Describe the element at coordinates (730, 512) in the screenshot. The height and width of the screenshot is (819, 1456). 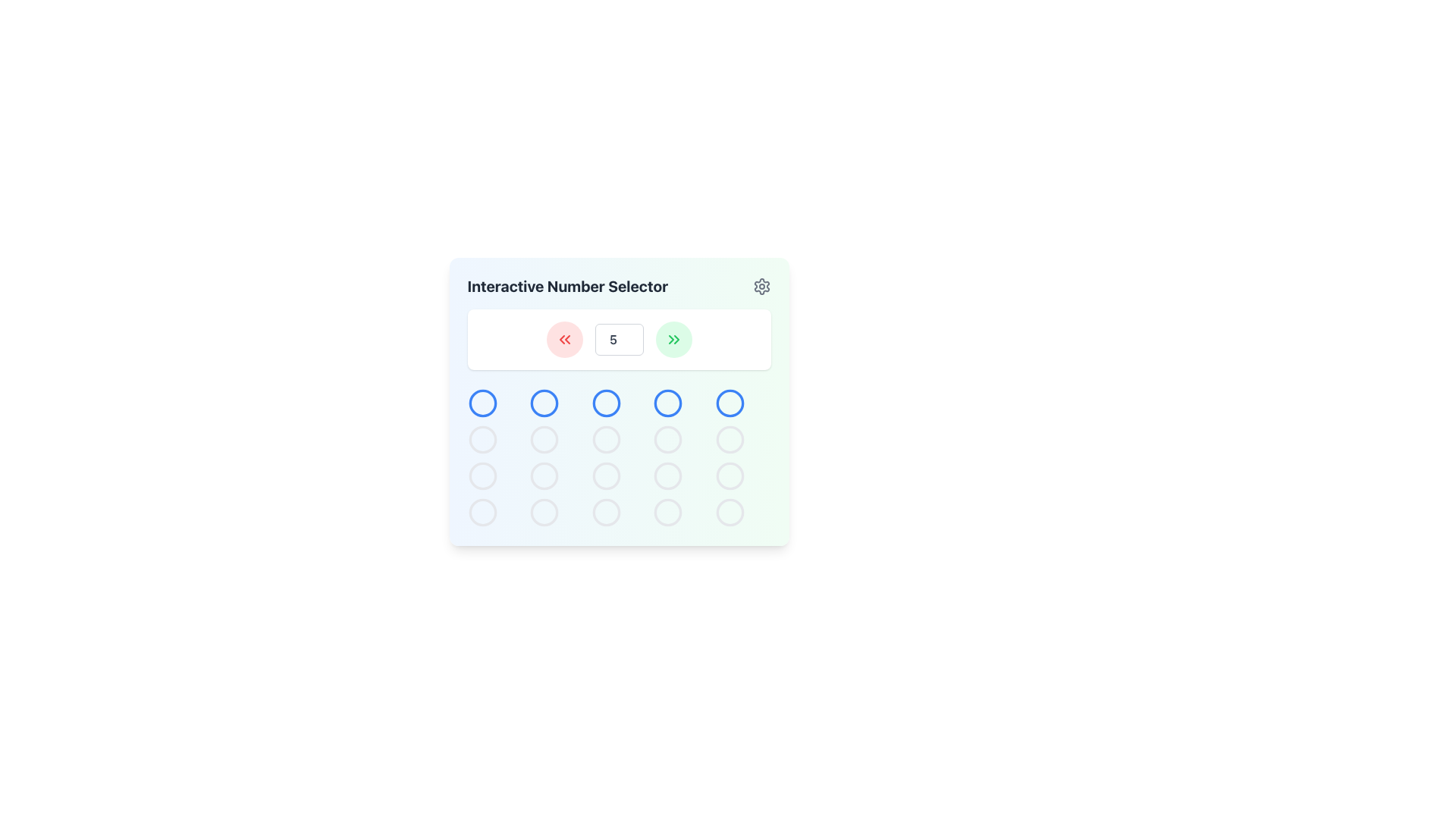
I see `the gray circular indicator located in the bottom-right corner of the grid, specifically the last element in the fifth column and fifth row` at that location.